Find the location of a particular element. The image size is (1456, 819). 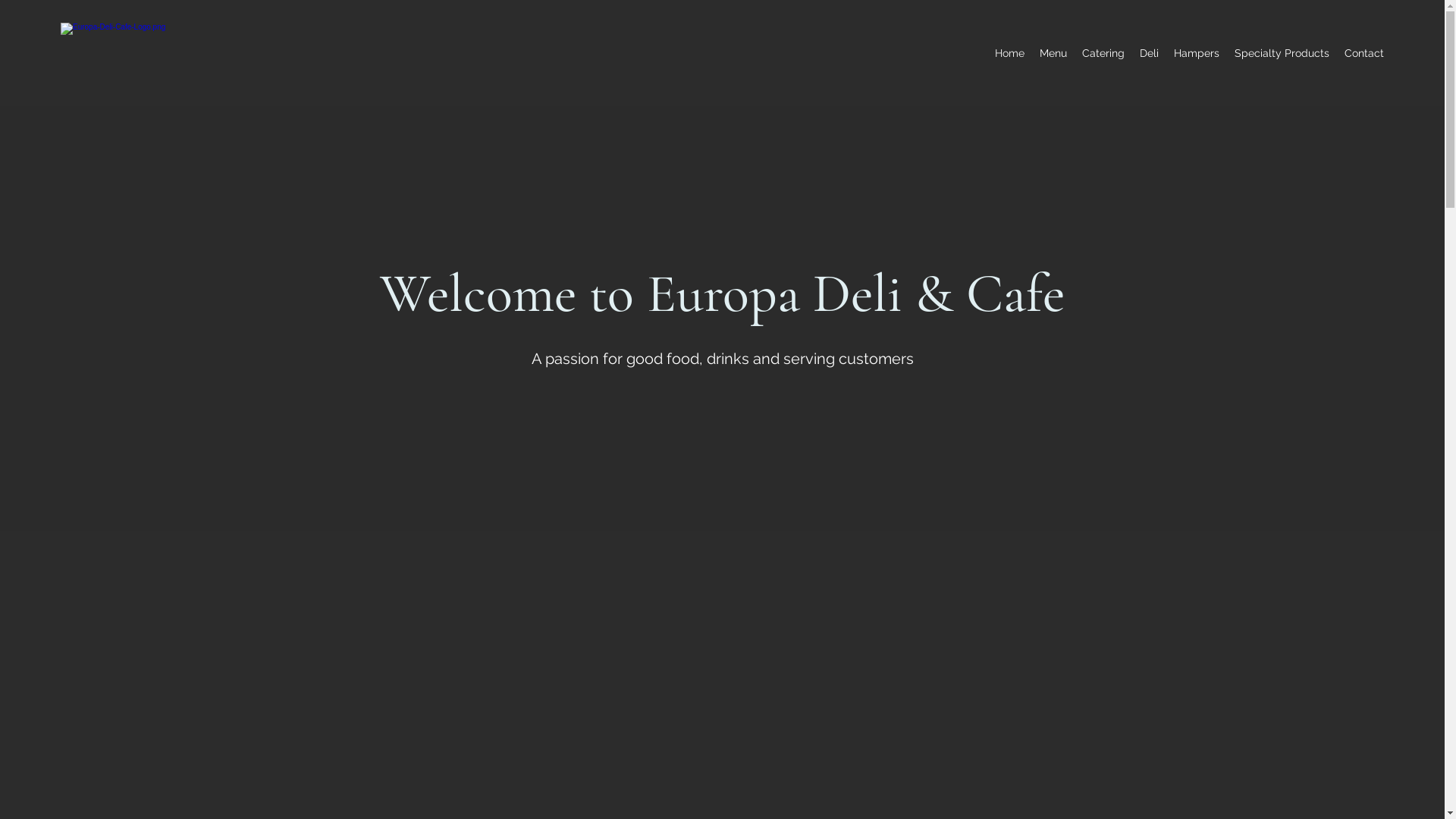

'Contact' is located at coordinates (1336, 52).